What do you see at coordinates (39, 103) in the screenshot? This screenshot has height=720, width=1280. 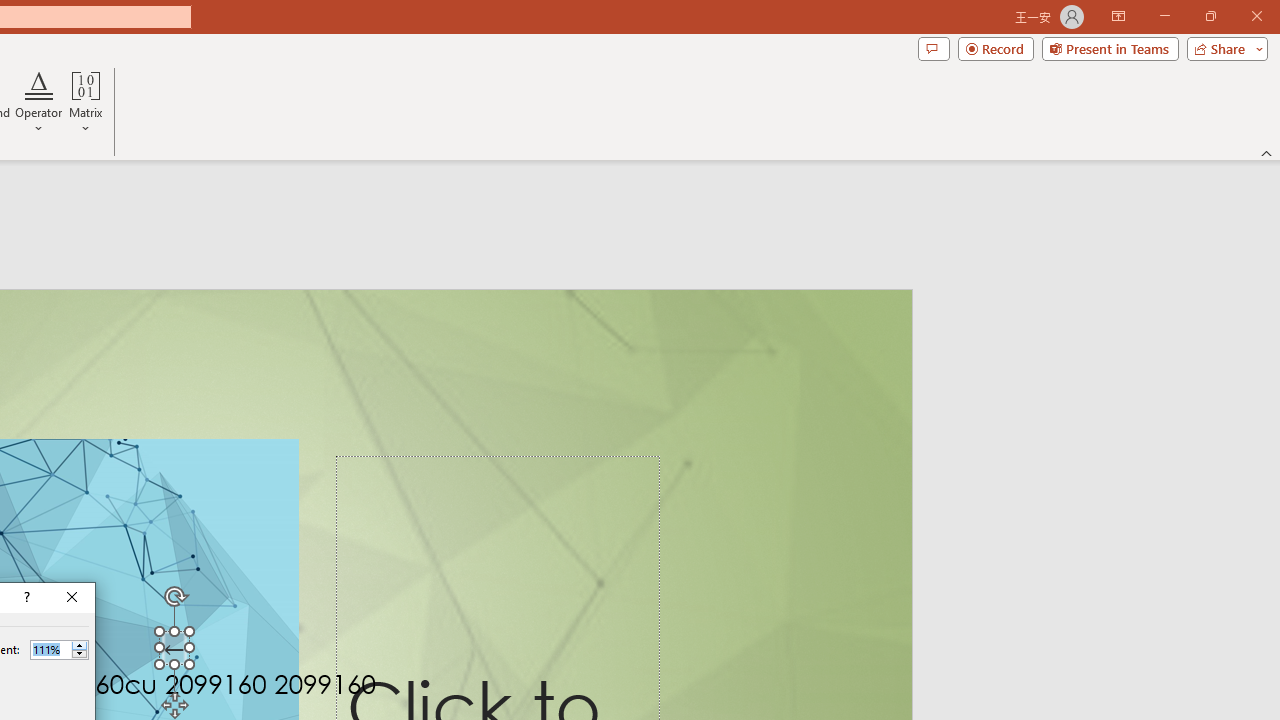 I see `'Operator'` at bounding box center [39, 103].